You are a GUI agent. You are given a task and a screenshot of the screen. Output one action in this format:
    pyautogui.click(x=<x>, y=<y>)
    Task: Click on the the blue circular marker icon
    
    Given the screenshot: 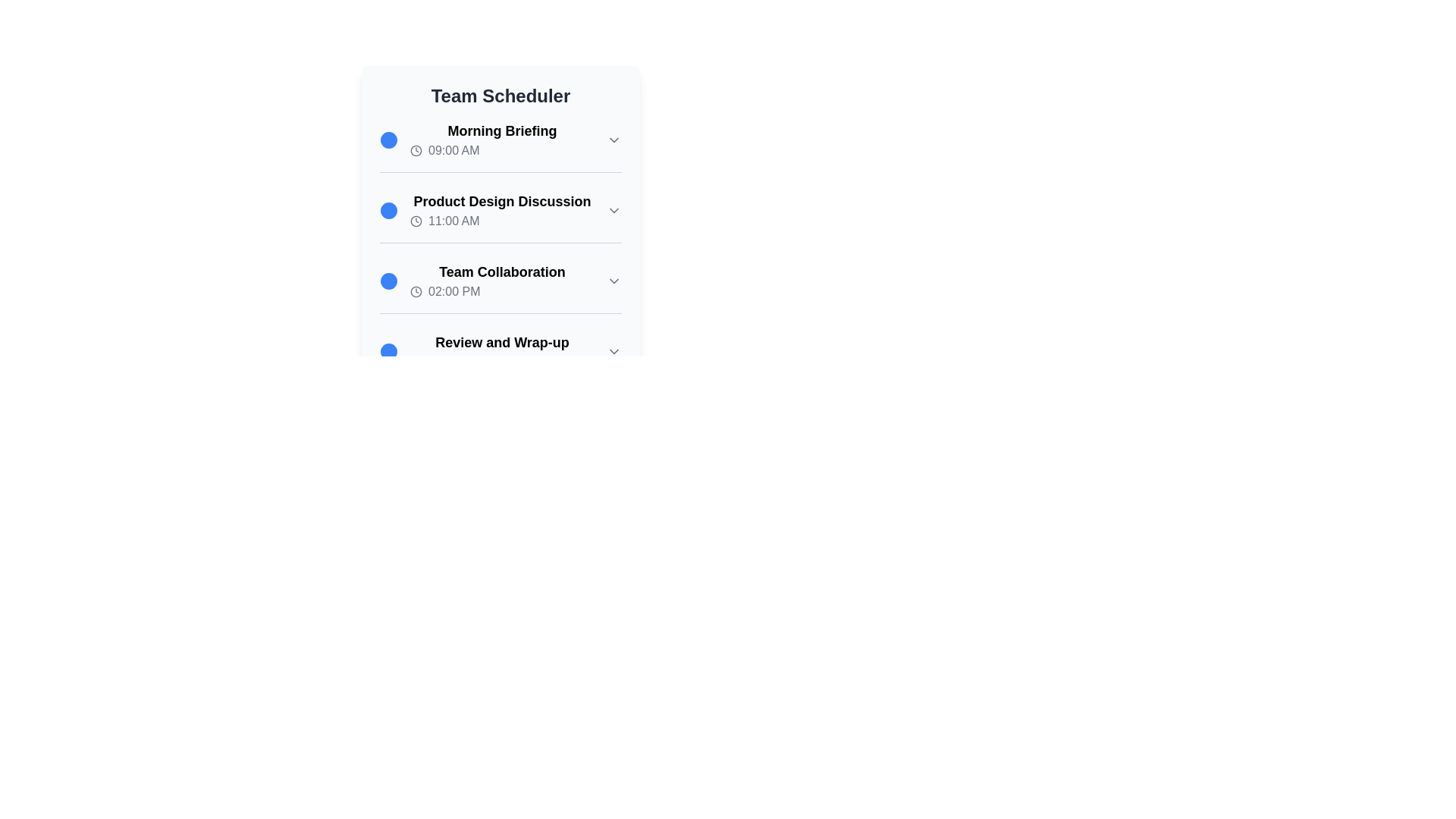 What is the action you would take?
    pyautogui.click(x=389, y=140)
    